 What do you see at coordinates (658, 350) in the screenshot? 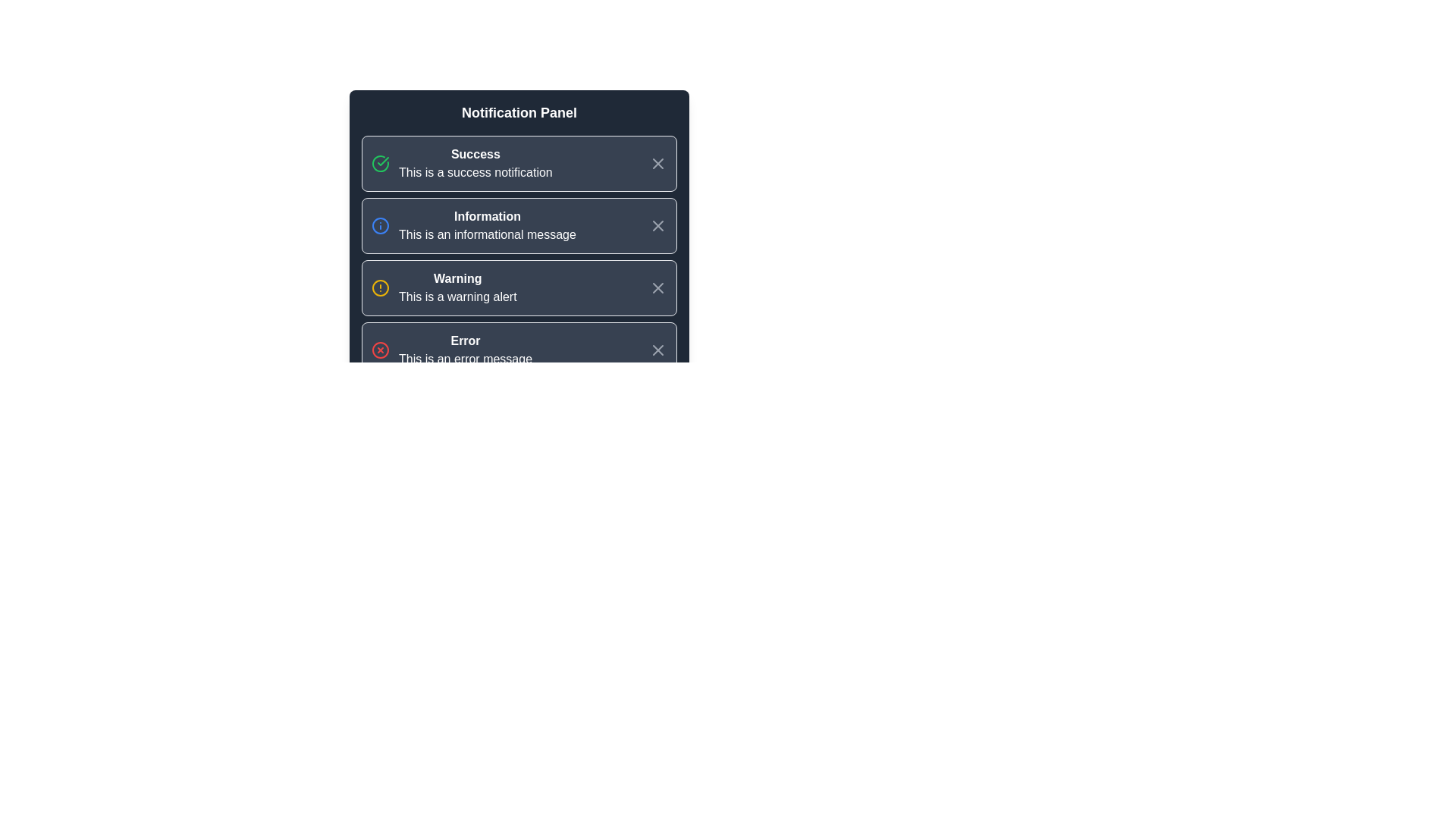
I see `the close button located at the far right end of the notification panel` at bounding box center [658, 350].